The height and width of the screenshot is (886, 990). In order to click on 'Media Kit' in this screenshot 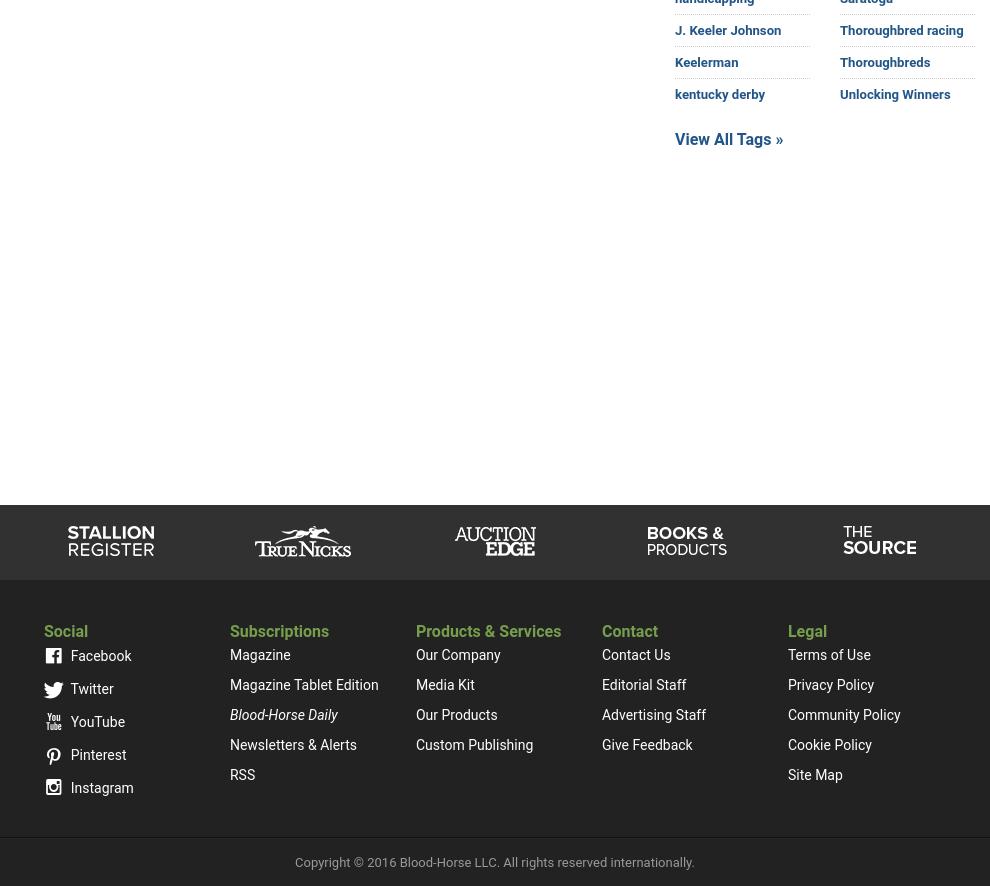, I will do `click(414, 683)`.